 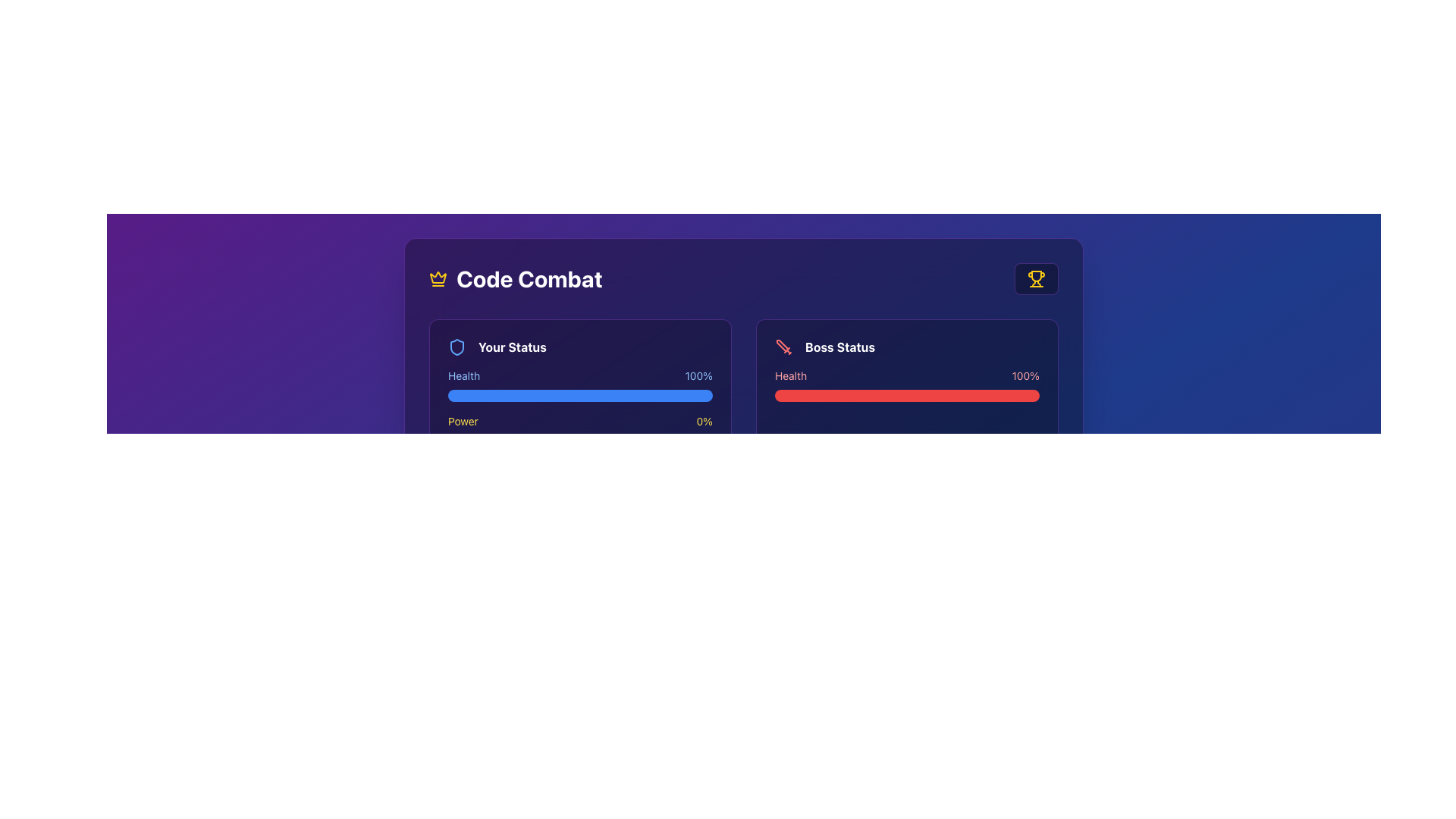 I want to click on the blue shield icon located next to the text 'Your Status' for visual identification, so click(x=457, y=347).